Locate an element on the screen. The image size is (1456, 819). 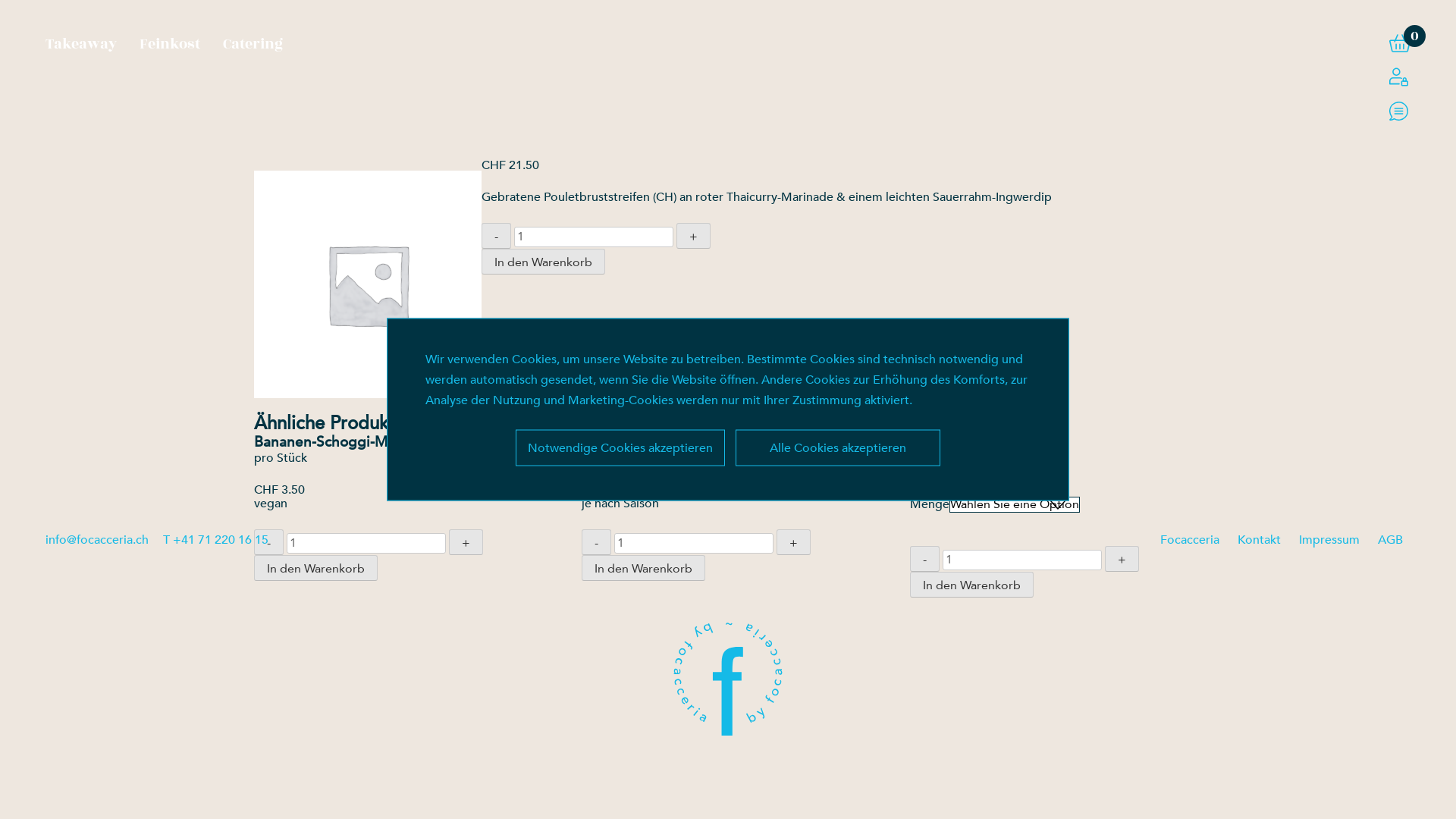
'Login / Register' is located at coordinates (1398, 77).